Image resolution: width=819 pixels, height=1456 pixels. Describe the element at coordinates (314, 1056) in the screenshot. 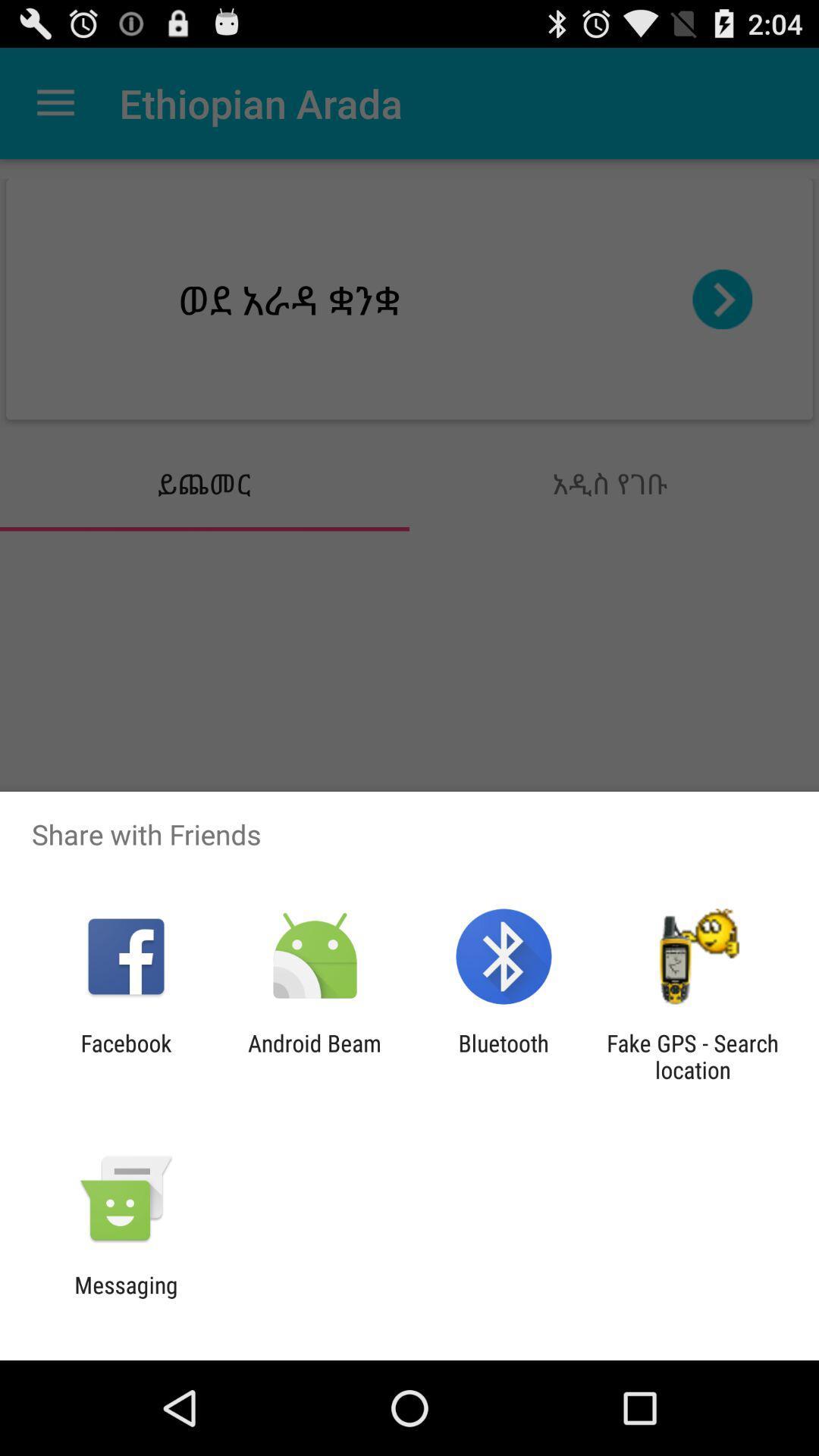

I see `the android beam icon` at that location.